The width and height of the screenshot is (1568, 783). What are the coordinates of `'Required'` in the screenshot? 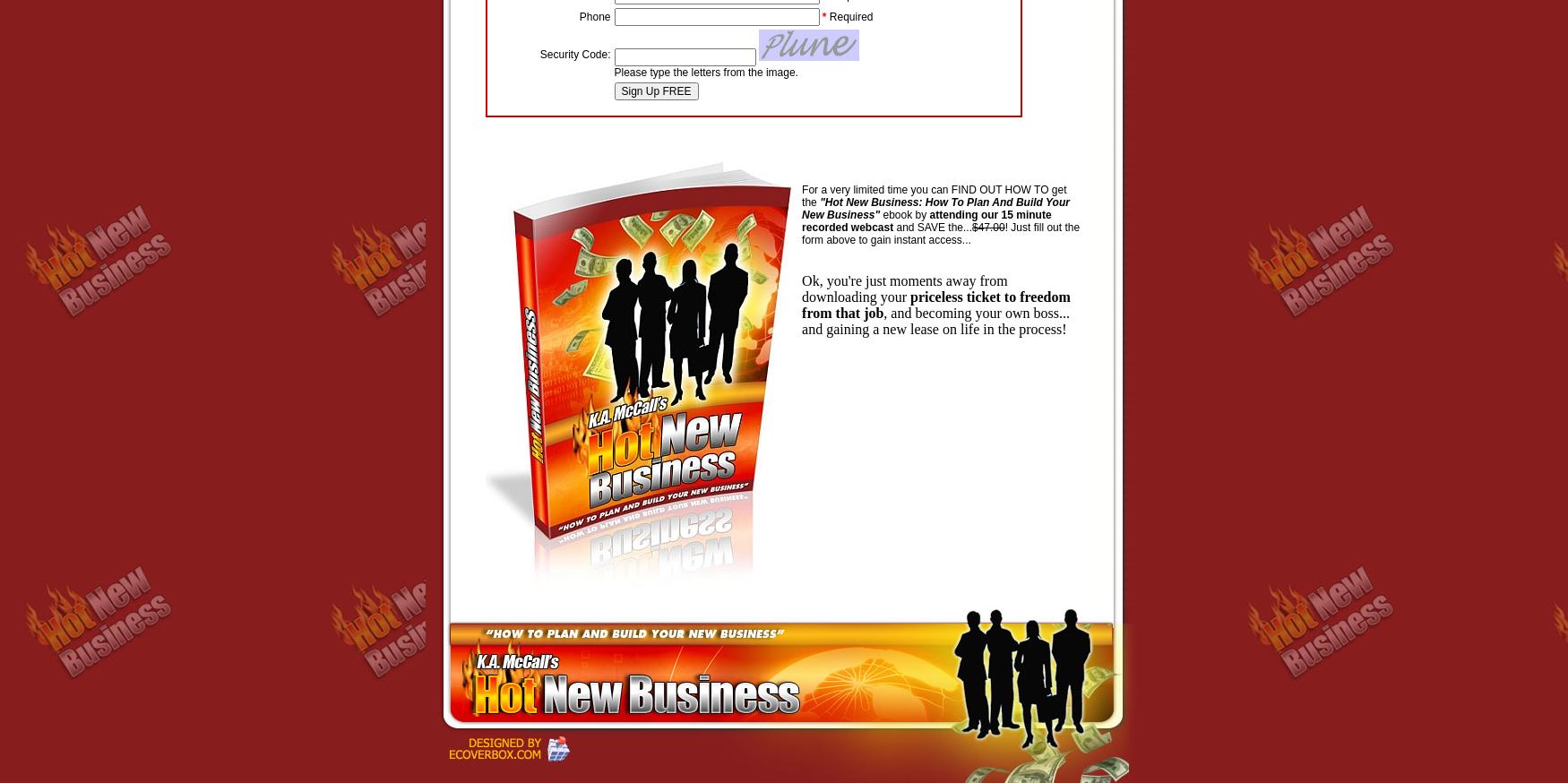 It's located at (849, 15).